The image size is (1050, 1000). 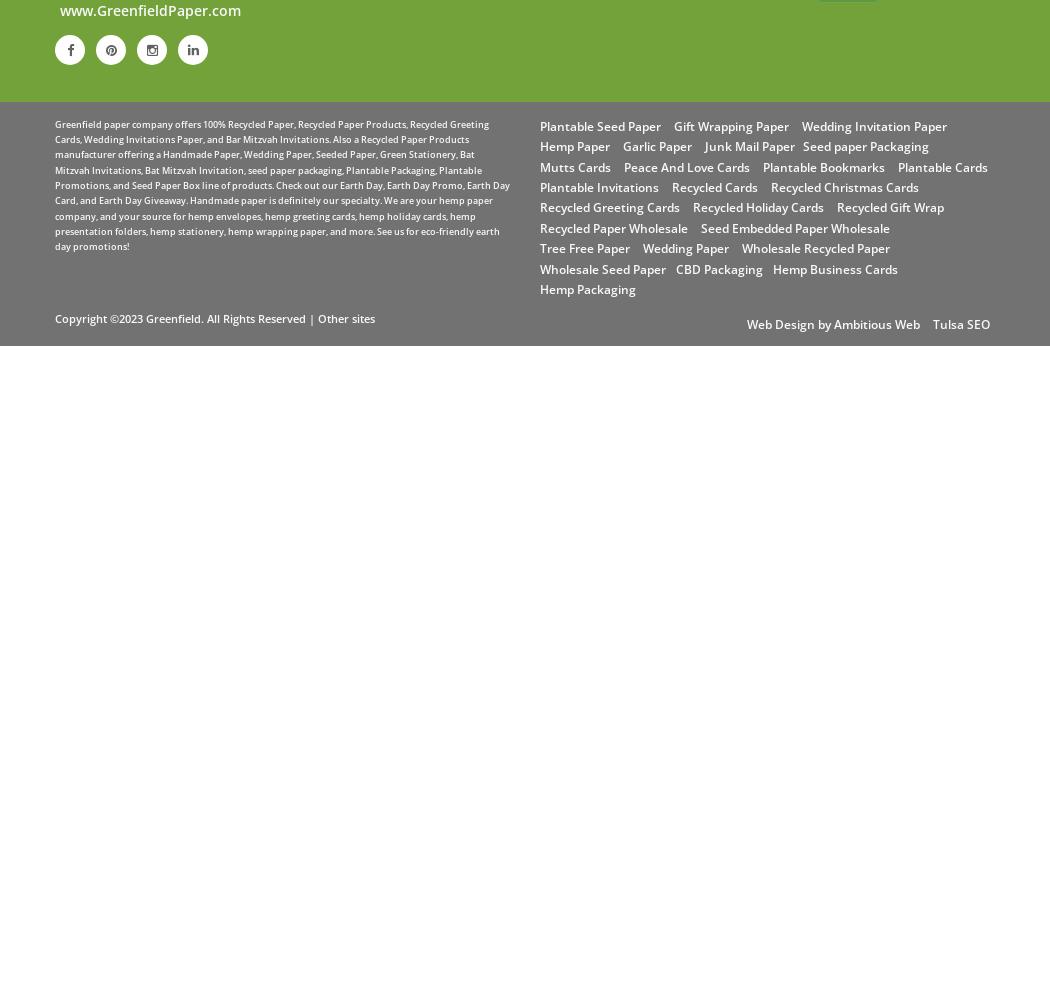 What do you see at coordinates (583, 247) in the screenshot?
I see `'Tree Free Paper'` at bounding box center [583, 247].